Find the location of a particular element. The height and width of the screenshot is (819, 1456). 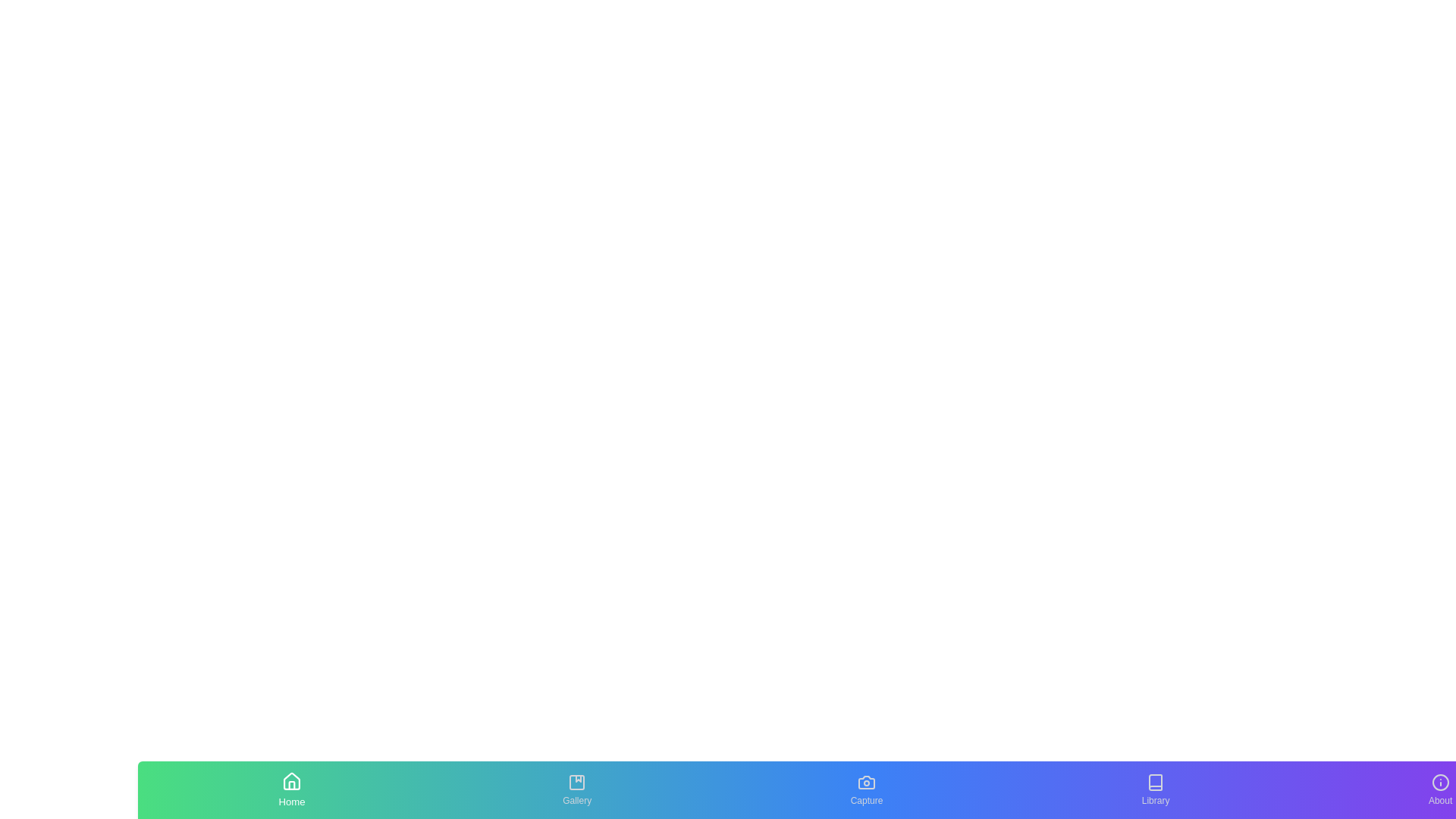

the Library tab is located at coordinates (1154, 789).